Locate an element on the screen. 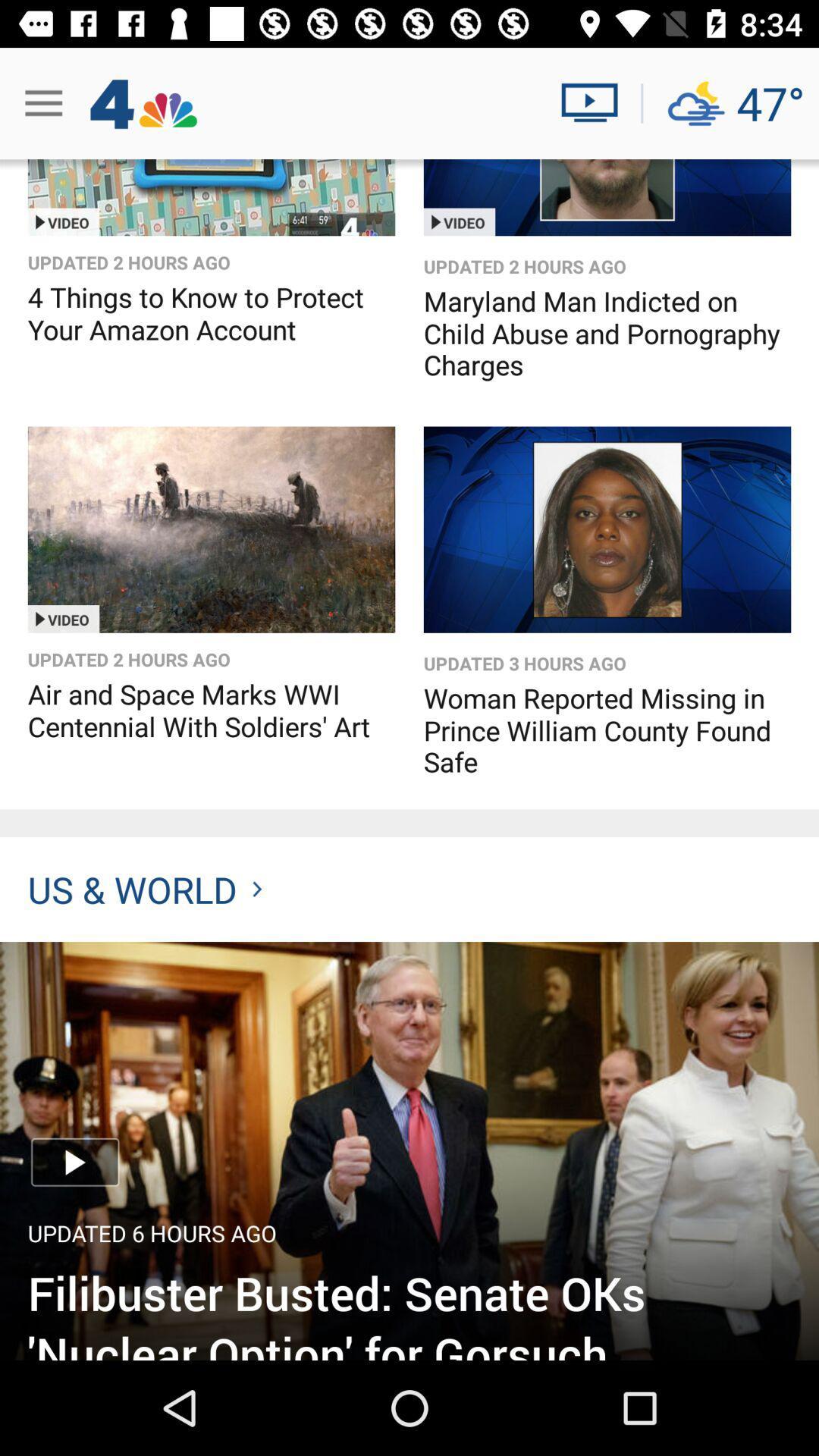 This screenshot has width=819, height=1456. link to a page is located at coordinates (211, 196).